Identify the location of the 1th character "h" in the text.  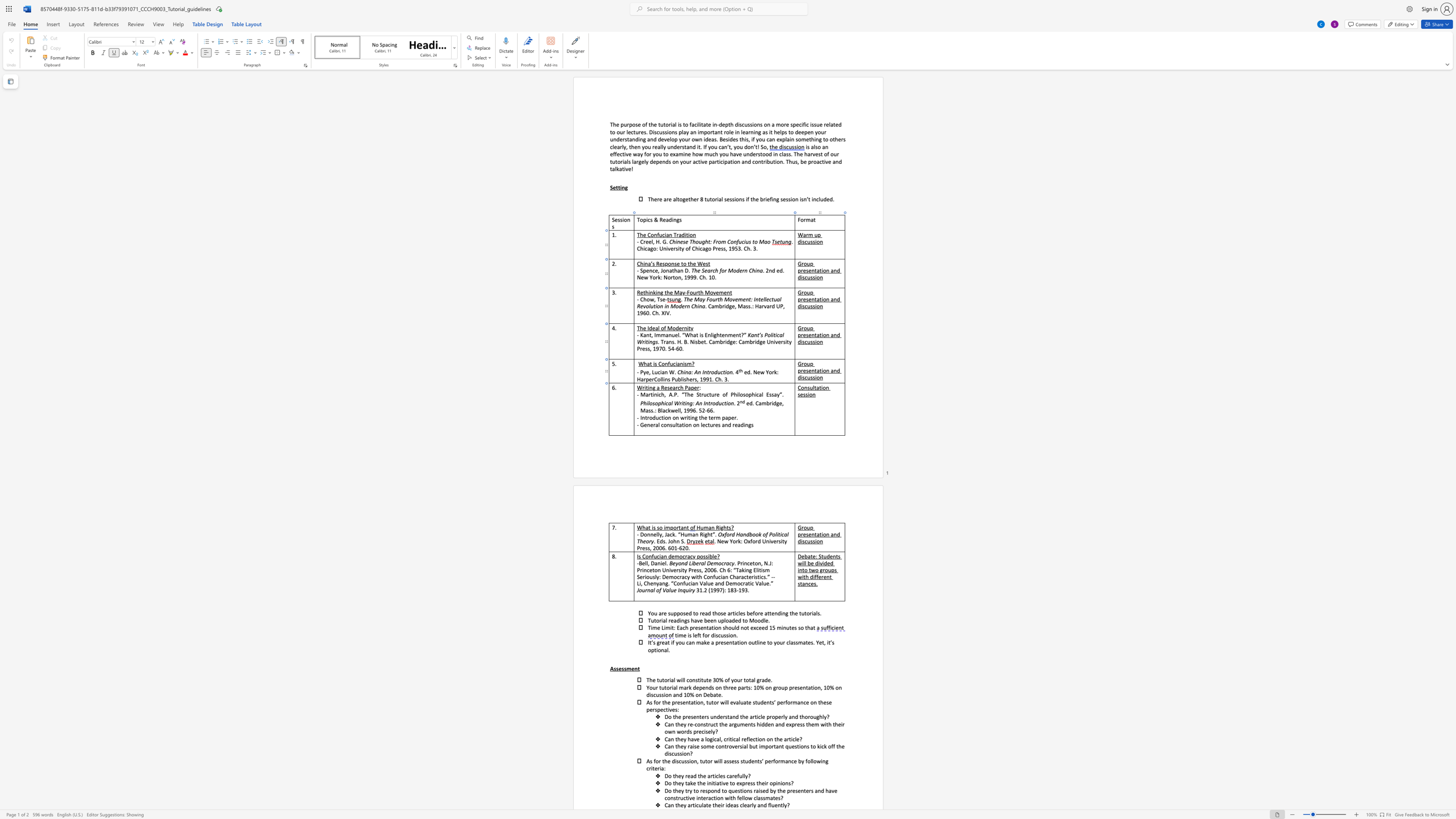
(681, 387).